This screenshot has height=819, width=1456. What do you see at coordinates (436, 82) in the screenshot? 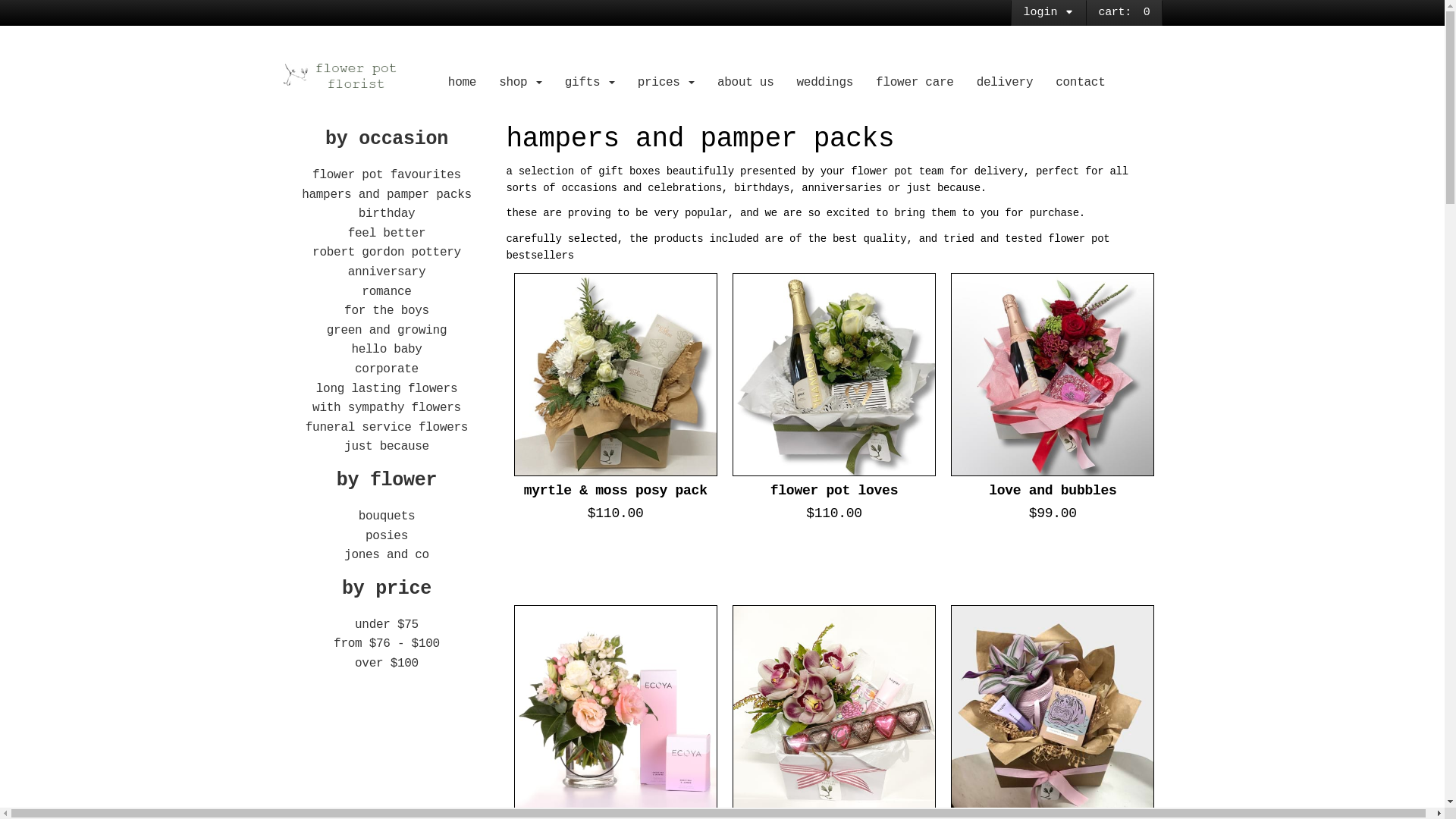
I see `'home'` at bounding box center [436, 82].